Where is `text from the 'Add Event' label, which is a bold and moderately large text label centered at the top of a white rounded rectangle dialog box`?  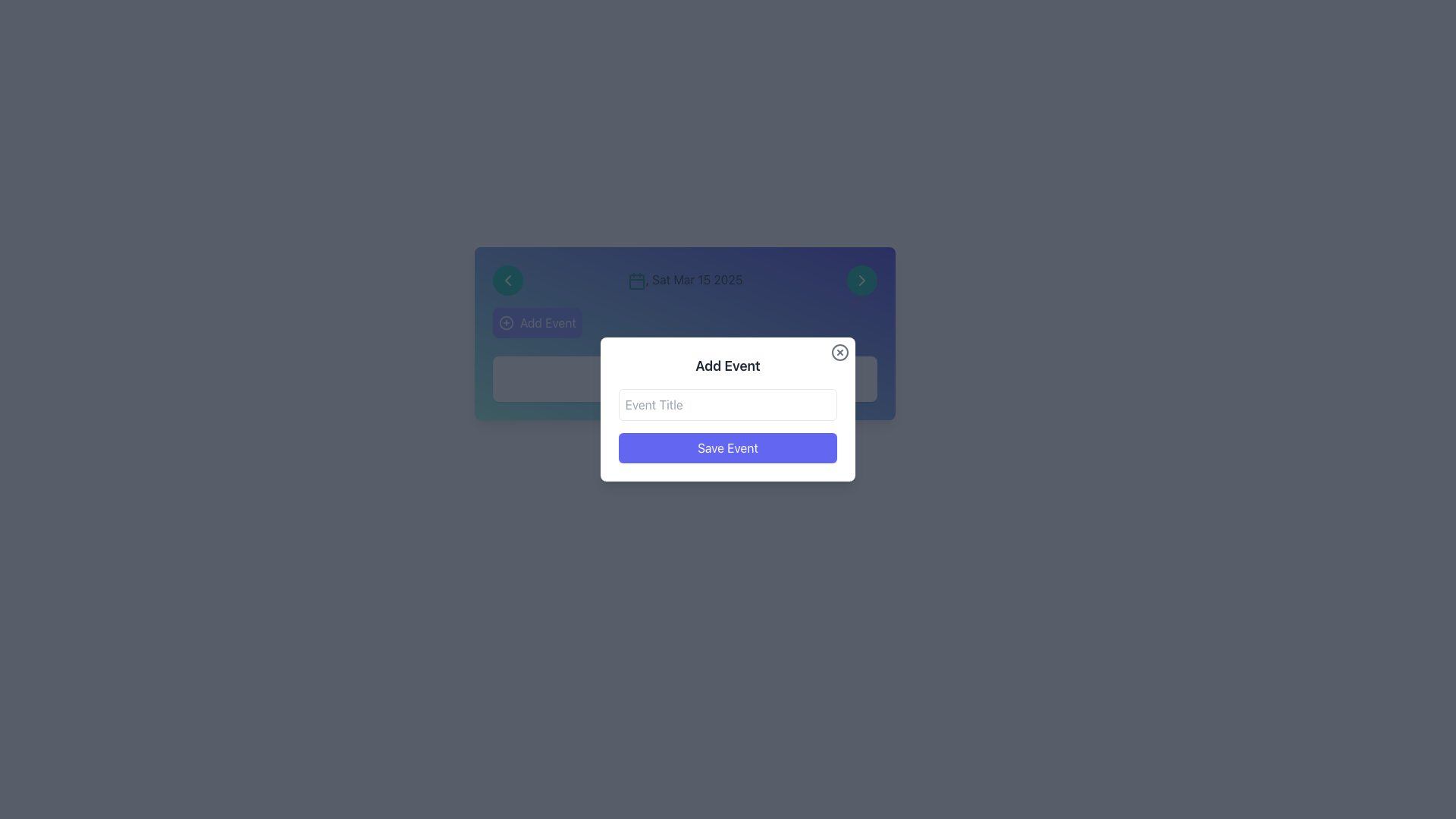
text from the 'Add Event' label, which is a bold and moderately large text label centered at the top of a white rounded rectangle dialog box is located at coordinates (728, 366).